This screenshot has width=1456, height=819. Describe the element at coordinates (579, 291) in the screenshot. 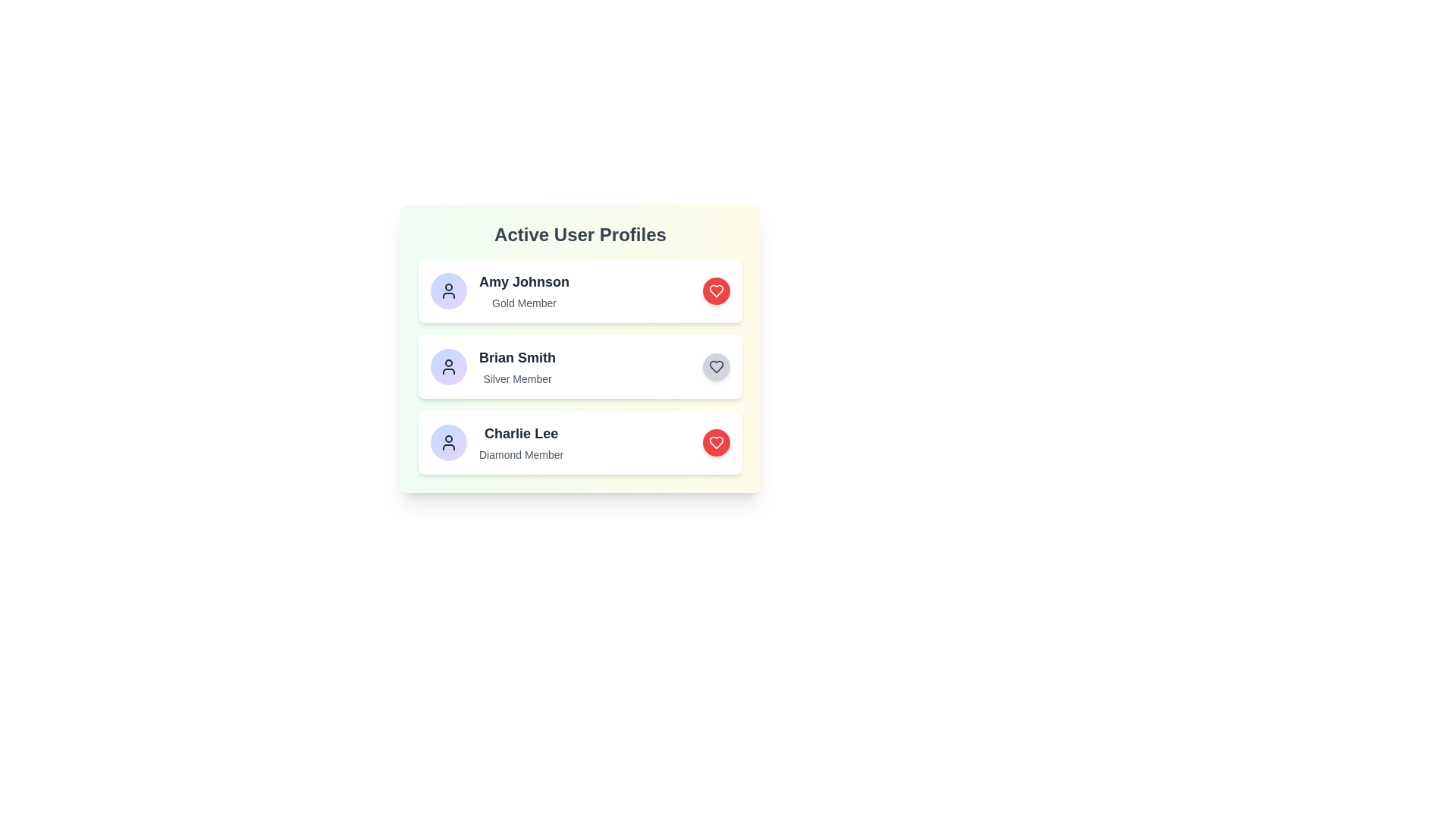

I see `the user's profile card located at the top of the vertically stacked list` at that location.